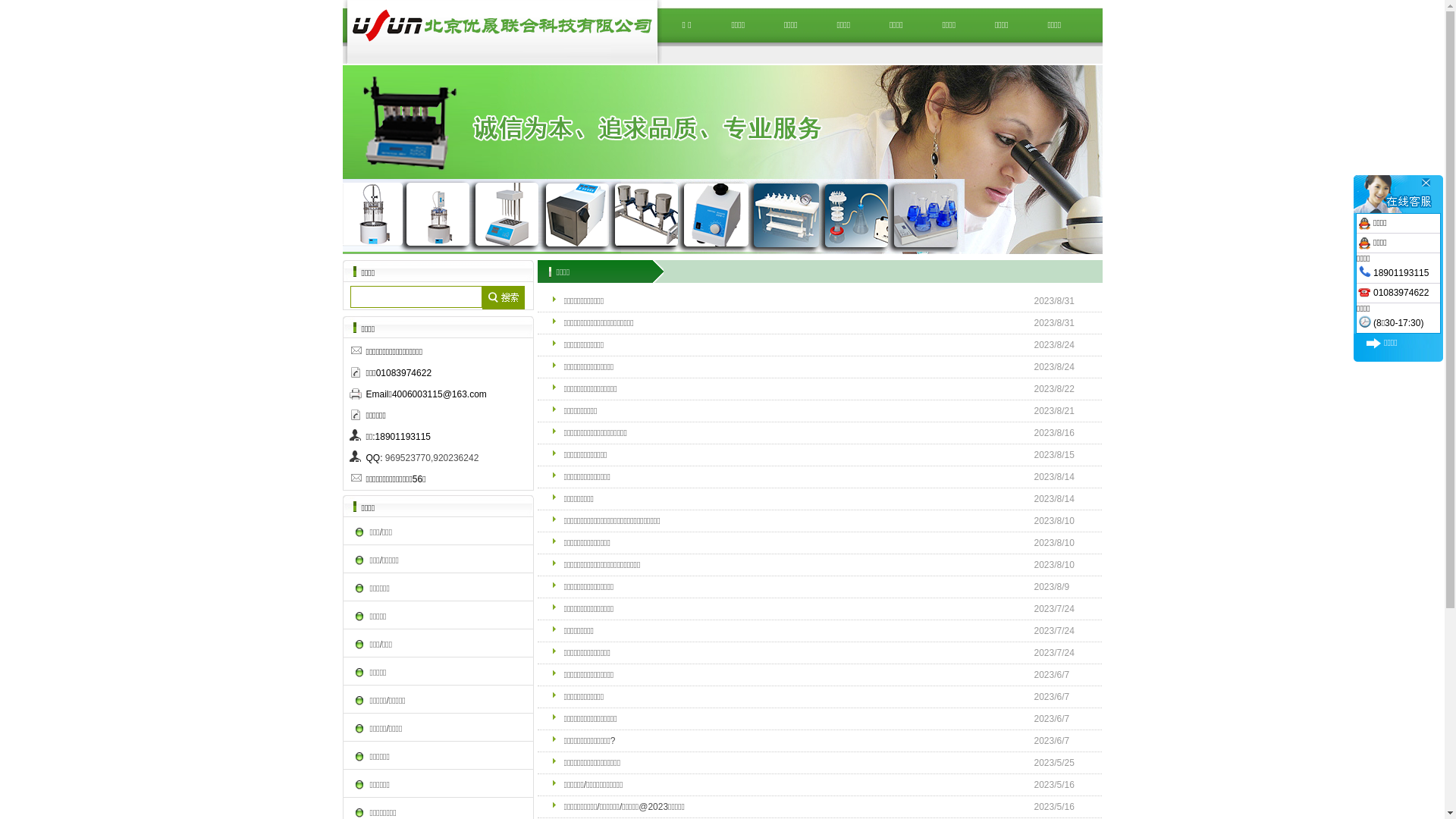 This screenshot has height=819, width=1456. I want to click on '969523770,920236242', so click(431, 457).